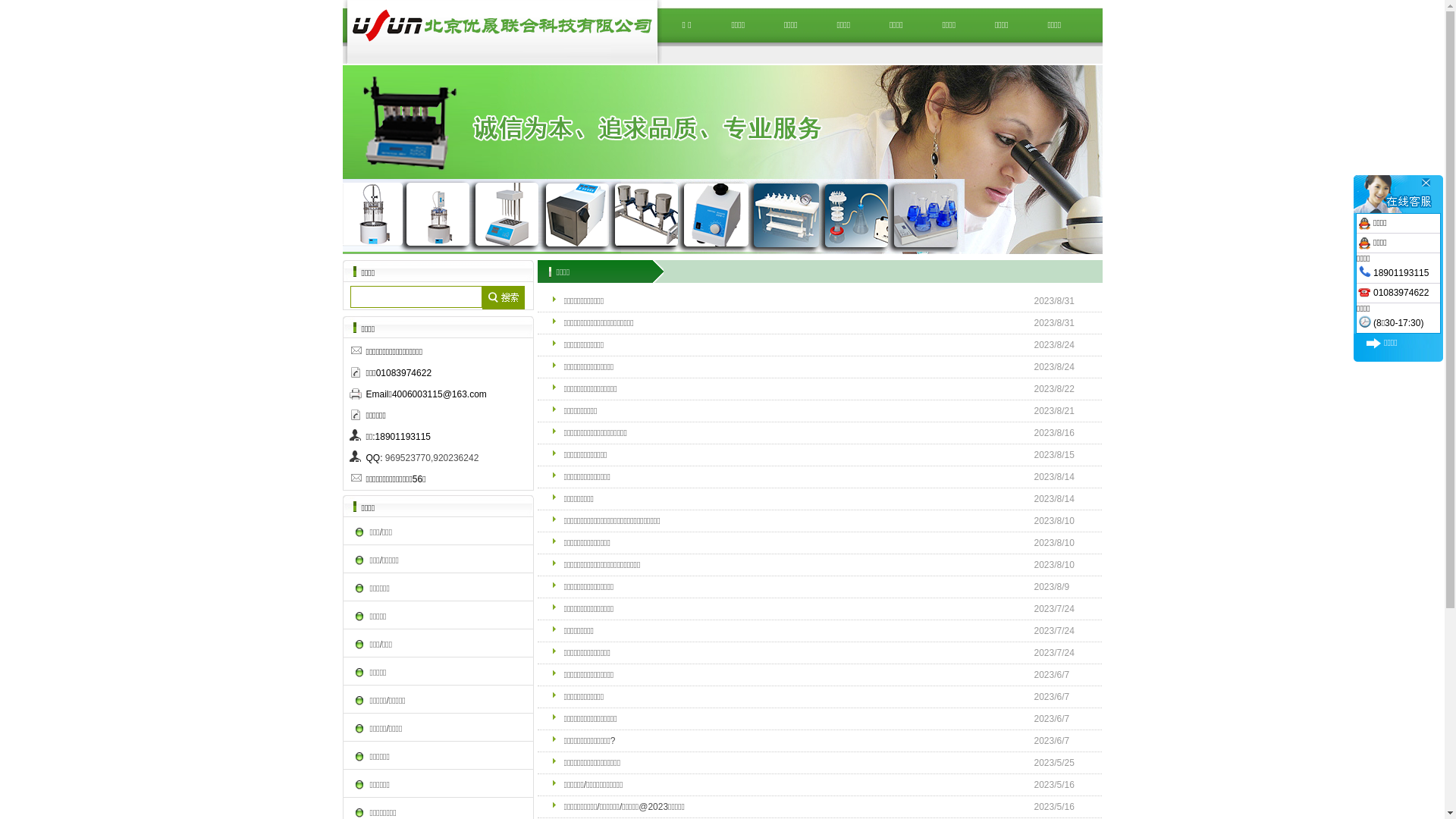 This screenshot has height=819, width=1456. I want to click on '969523770,920236242', so click(431, 457).